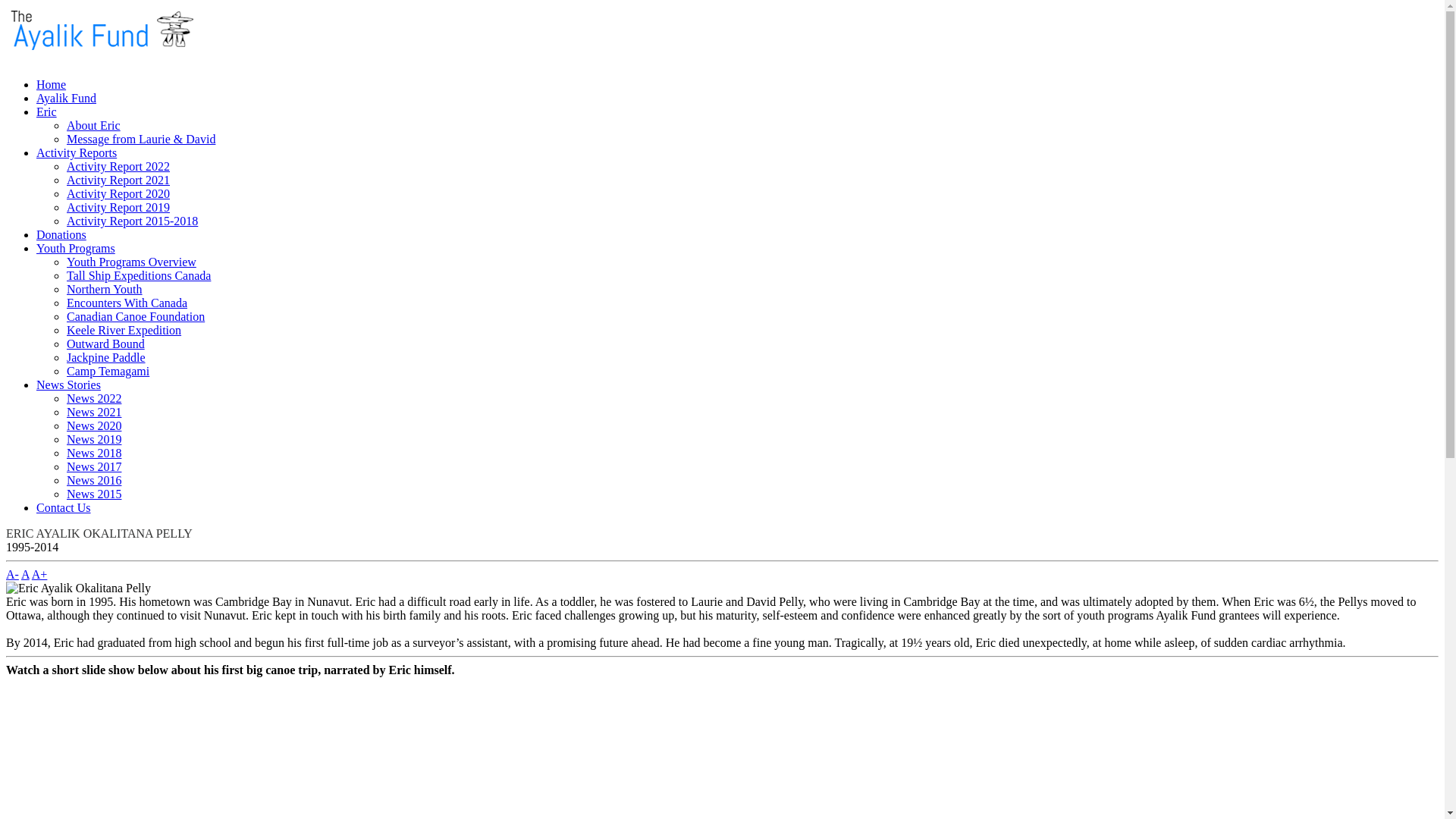 The width and height of the screenshot is (1456, 819). What do you see at coordinates (75, 247) in the screenshot?
I see `'Youth Programs'` at bounding box center [75, 247].